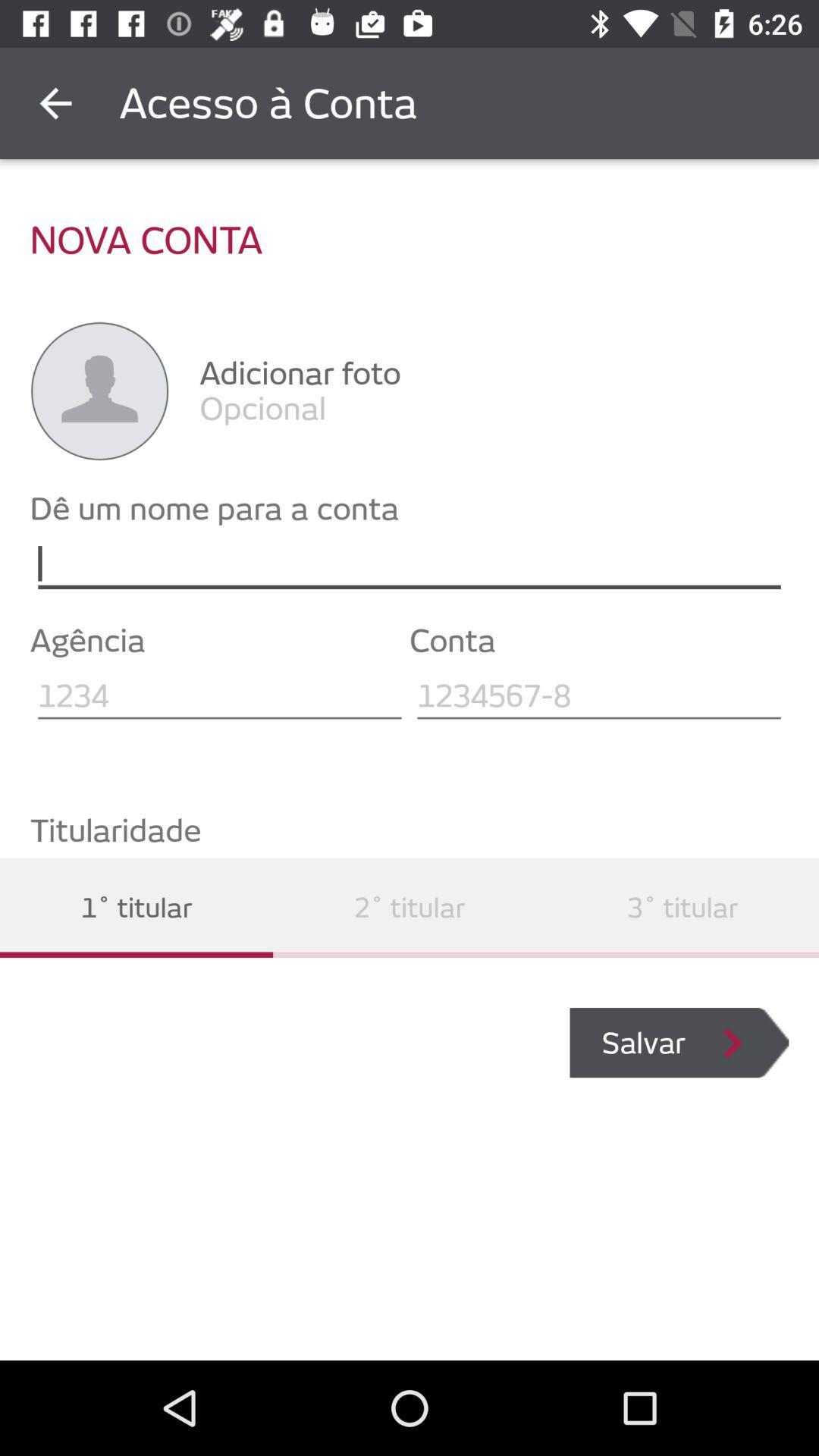 This screenshot has height=1456, width=819. Describe the element at coordinates (598, 695) in the screenshot. I see `text in text field` at that location.